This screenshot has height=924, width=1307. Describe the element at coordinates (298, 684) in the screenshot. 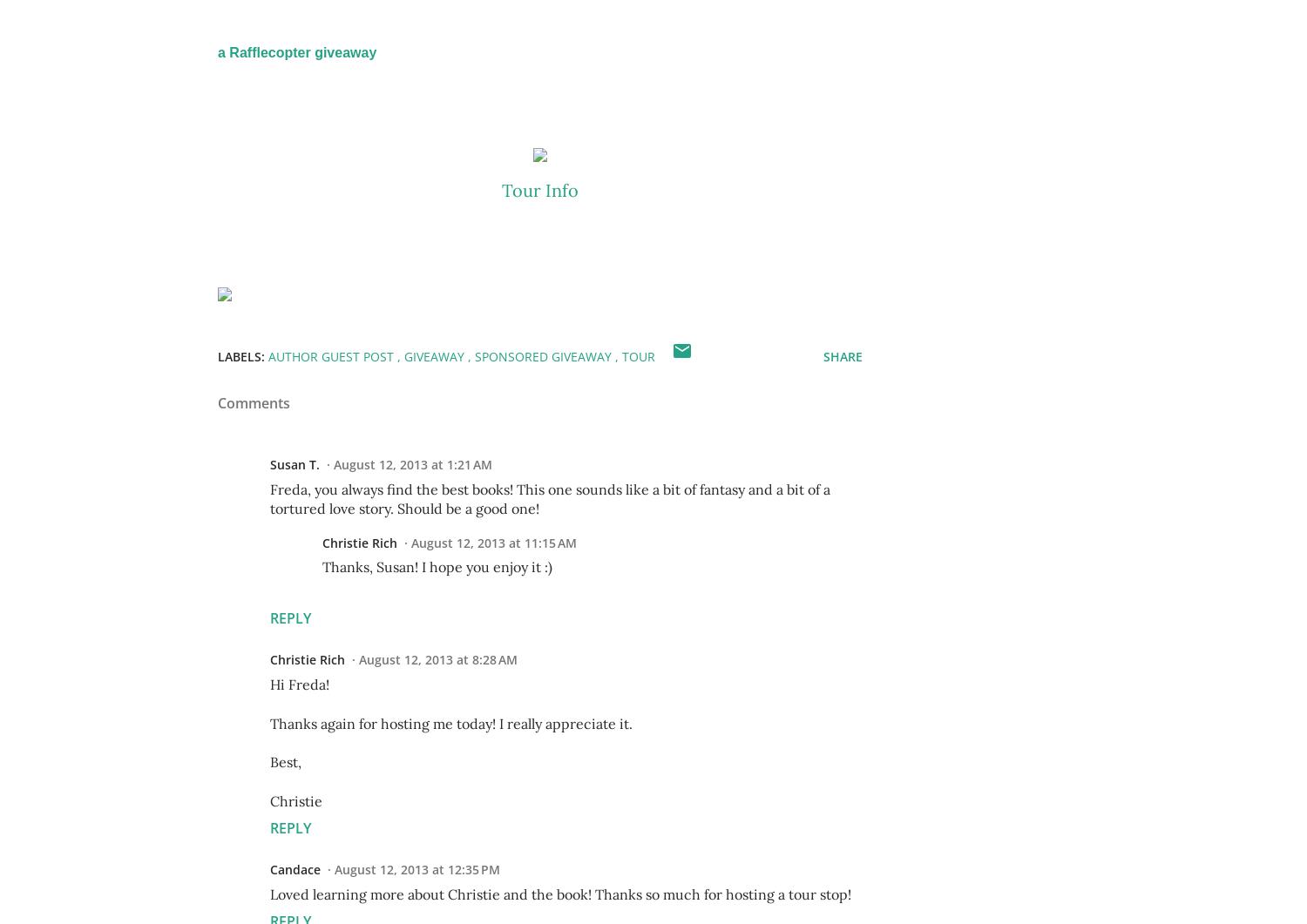

I see `'Hi Freda!'` at that location.